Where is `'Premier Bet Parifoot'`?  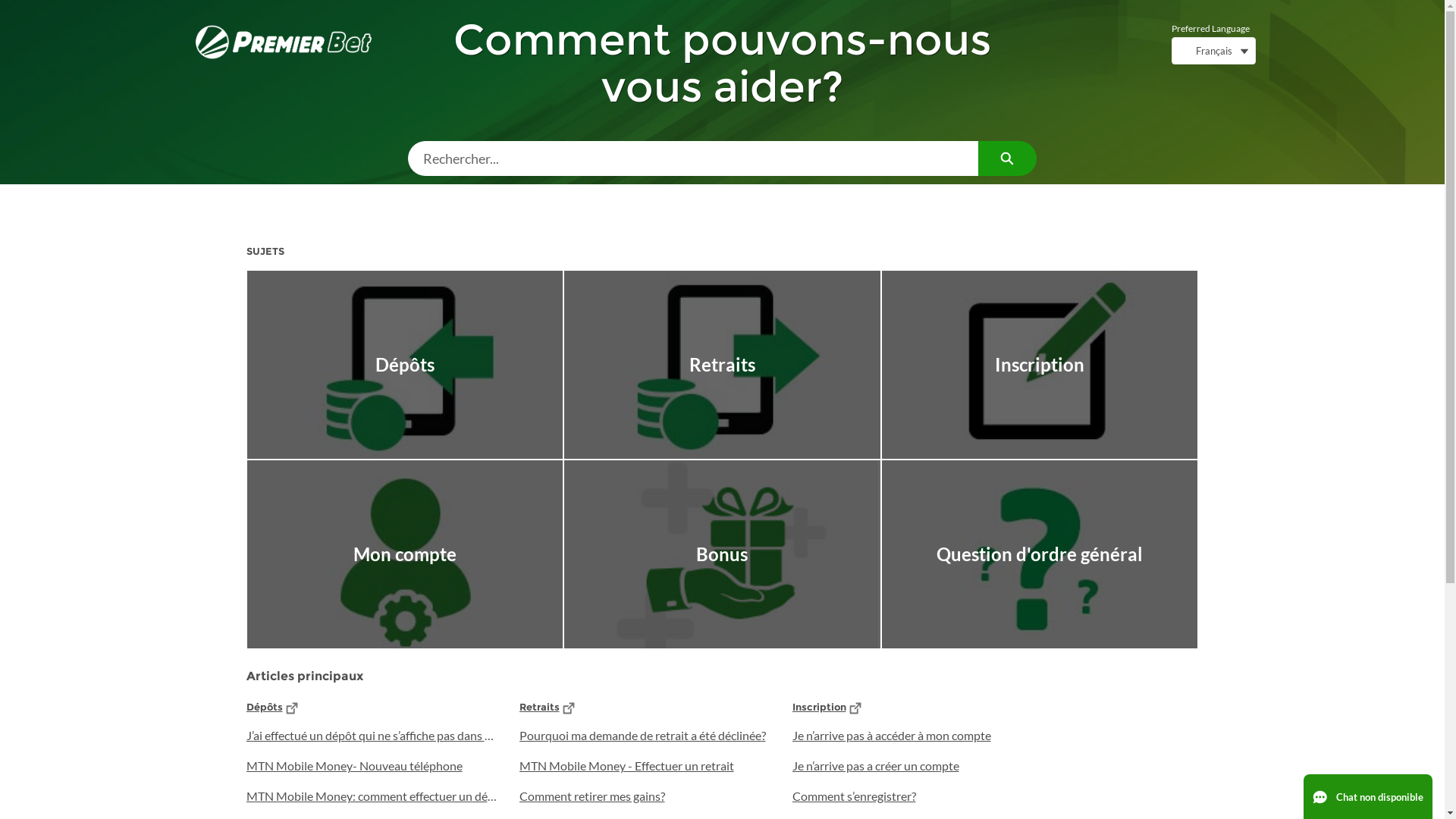 'Premier Bet Parifoot' is located at coordinates (284, 41).